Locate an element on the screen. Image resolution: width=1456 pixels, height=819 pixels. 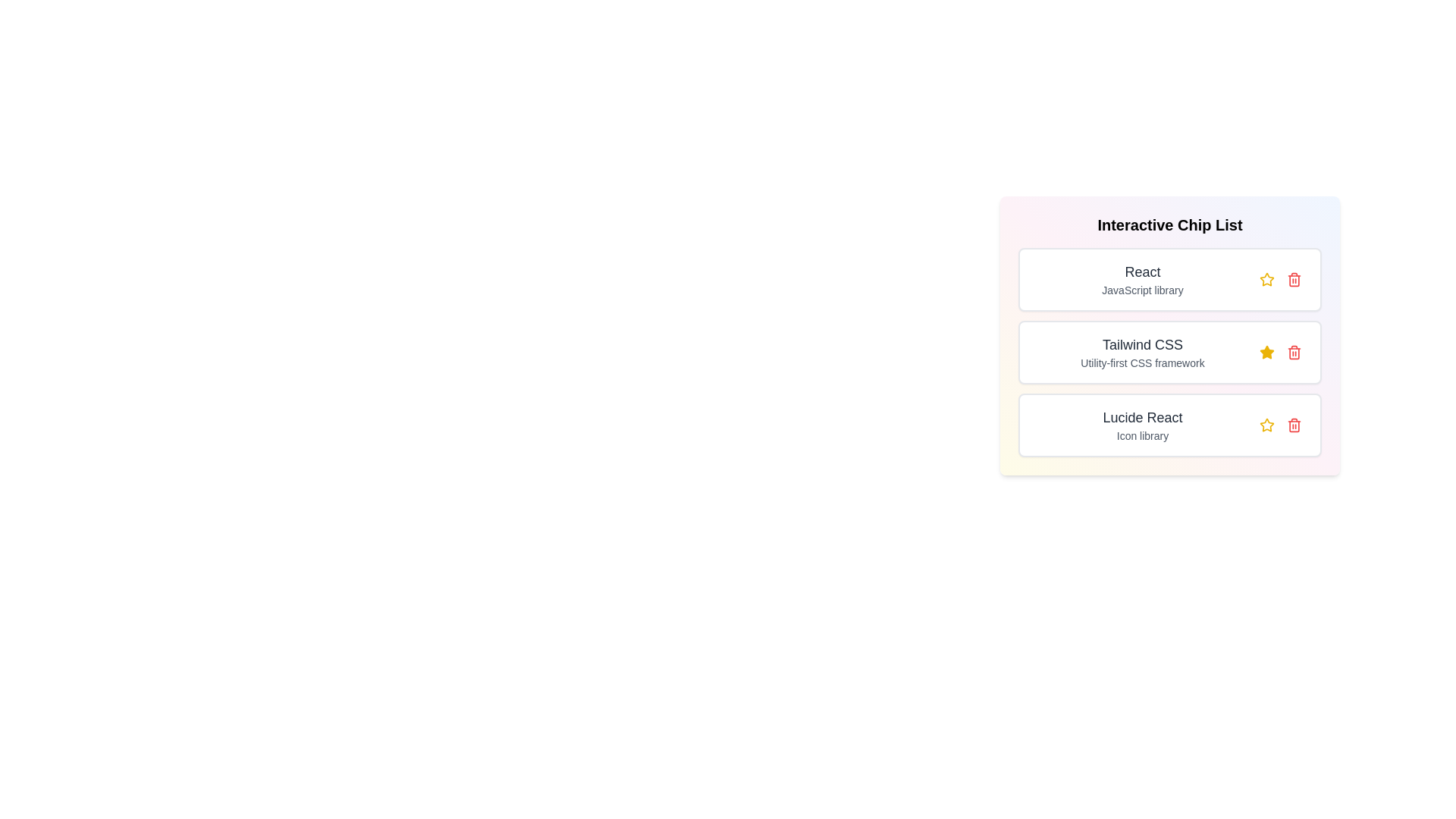
the list item labeled 'React' to observe the hover effect is located at coordinates (1169, 280).